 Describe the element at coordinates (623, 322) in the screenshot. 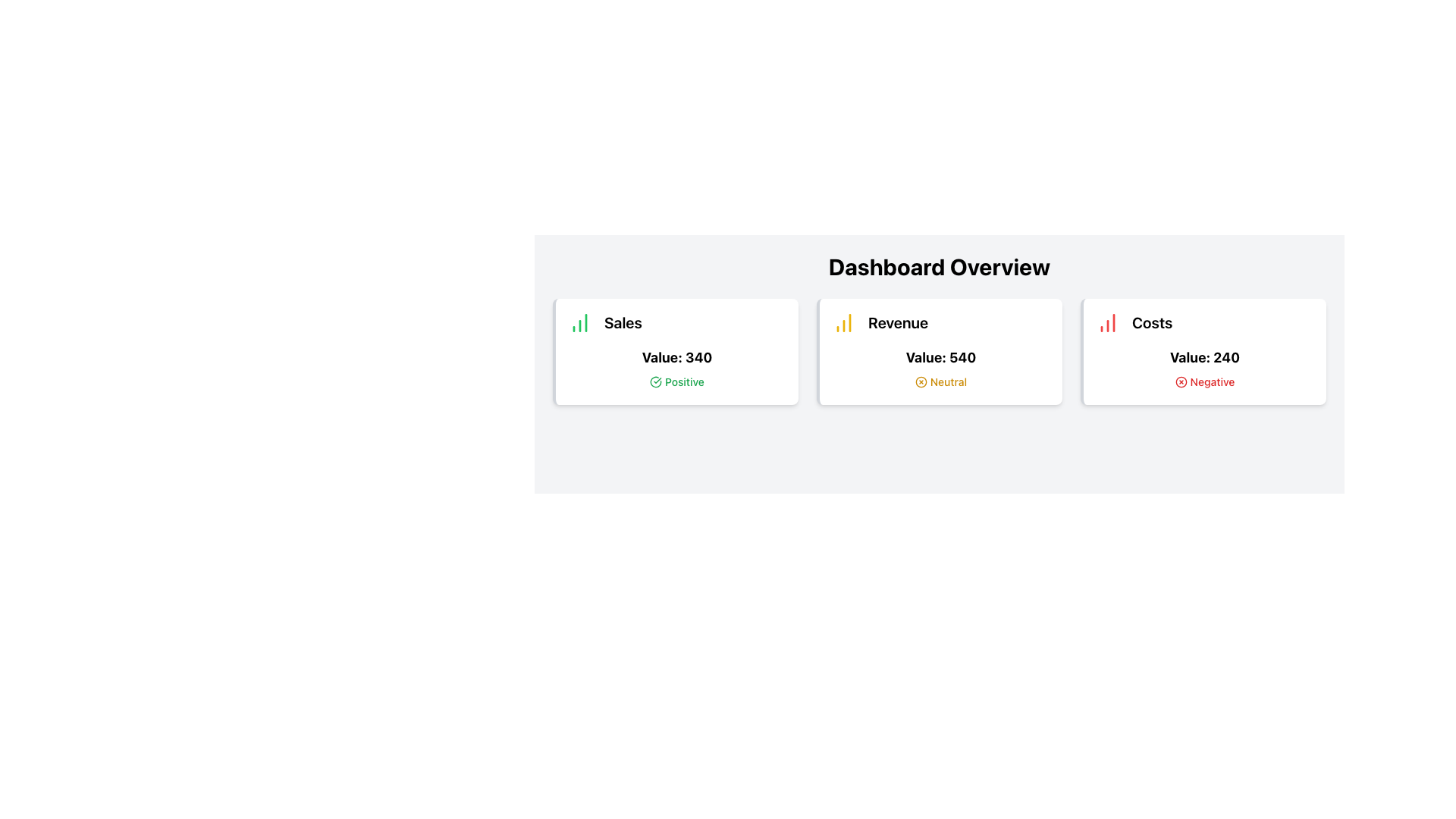

I see `the Text Label that identifies the content of the sales metrics card, located near the top-left corner of the first card in the dashboard overview` at that location.